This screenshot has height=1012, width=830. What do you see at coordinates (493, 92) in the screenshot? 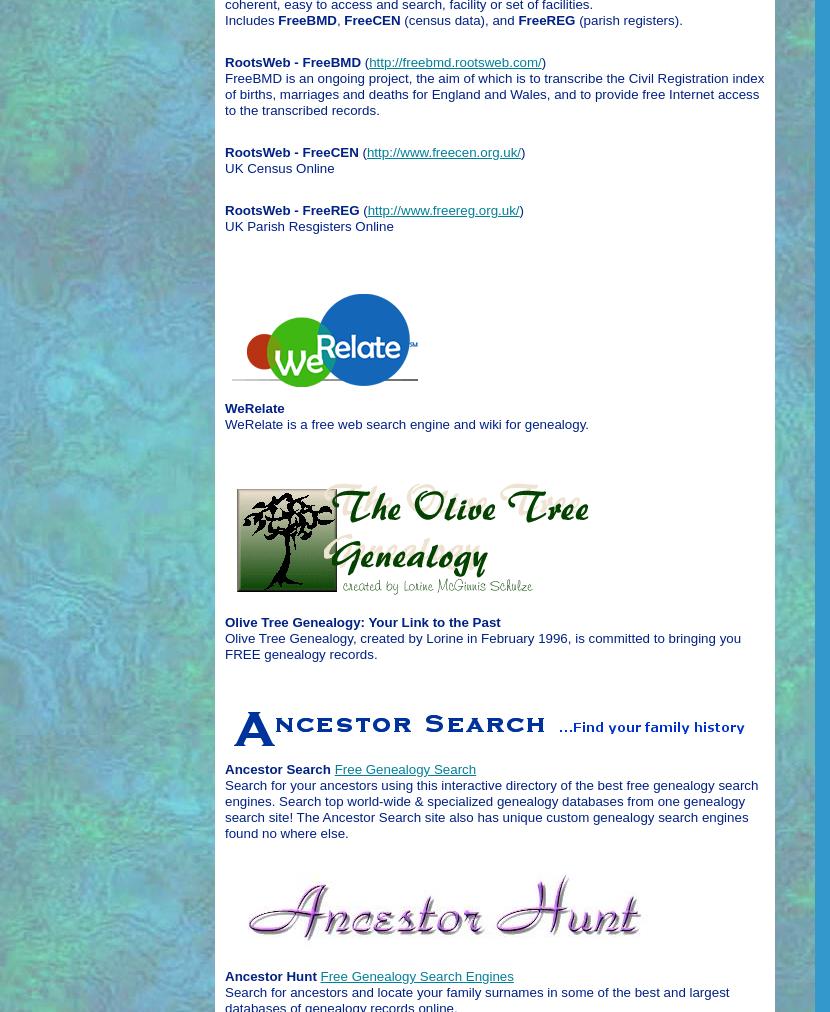
I see `'FreeBMD is an ongoing project, the aim of which is to transcribe the Civil Registration index of births, marriages and deaths for England and Wales, and to provide free Internet access to the transcribed records.'` at bounding box center [493, 92].